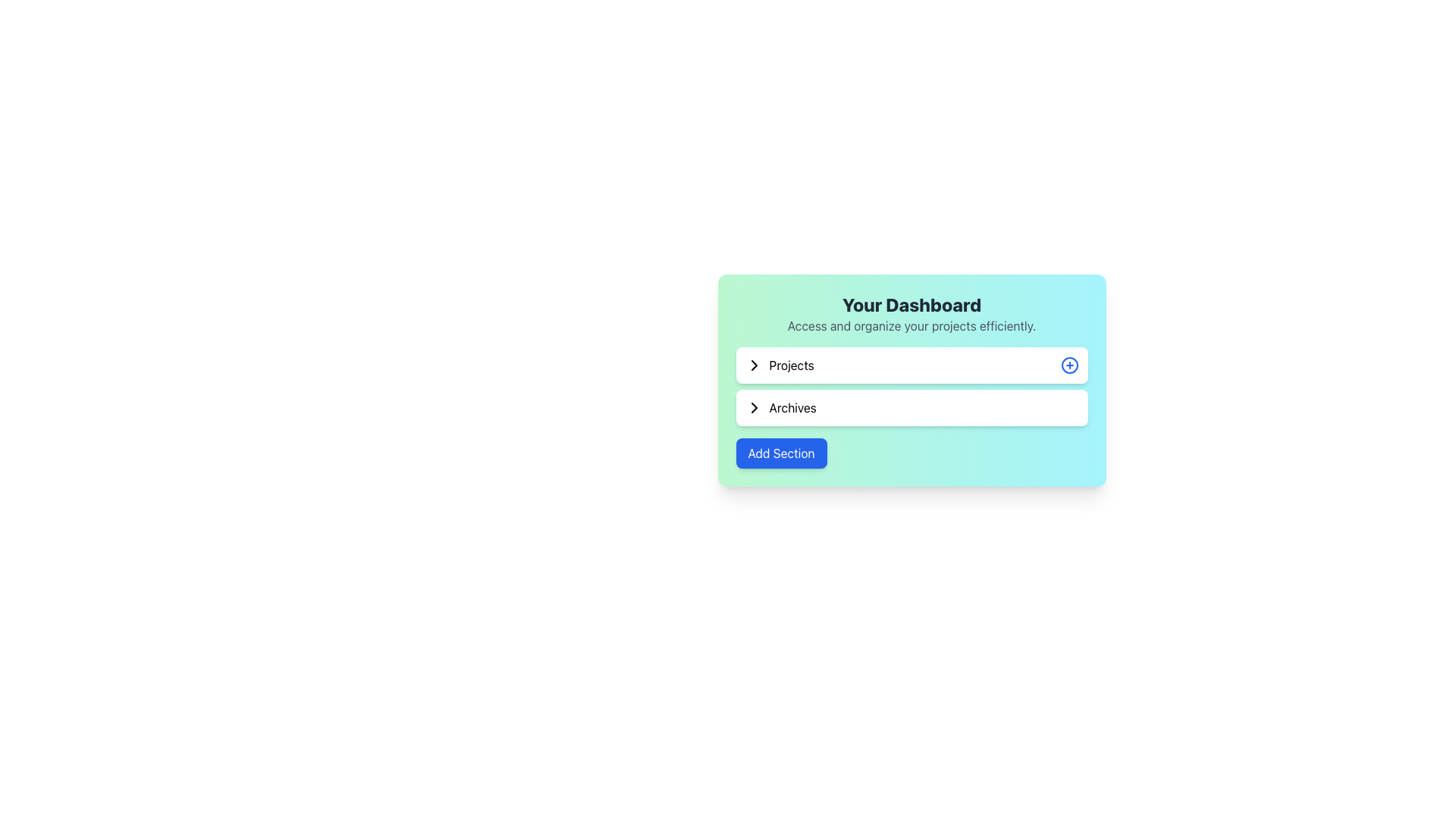 This screenshot has width=1456, height=819. What do you see at coordinates (754, 406) in the screenshot?
I see `the right-facing chevron arrow icon next to the 'Archives' label` at bounding box center [754, 406].